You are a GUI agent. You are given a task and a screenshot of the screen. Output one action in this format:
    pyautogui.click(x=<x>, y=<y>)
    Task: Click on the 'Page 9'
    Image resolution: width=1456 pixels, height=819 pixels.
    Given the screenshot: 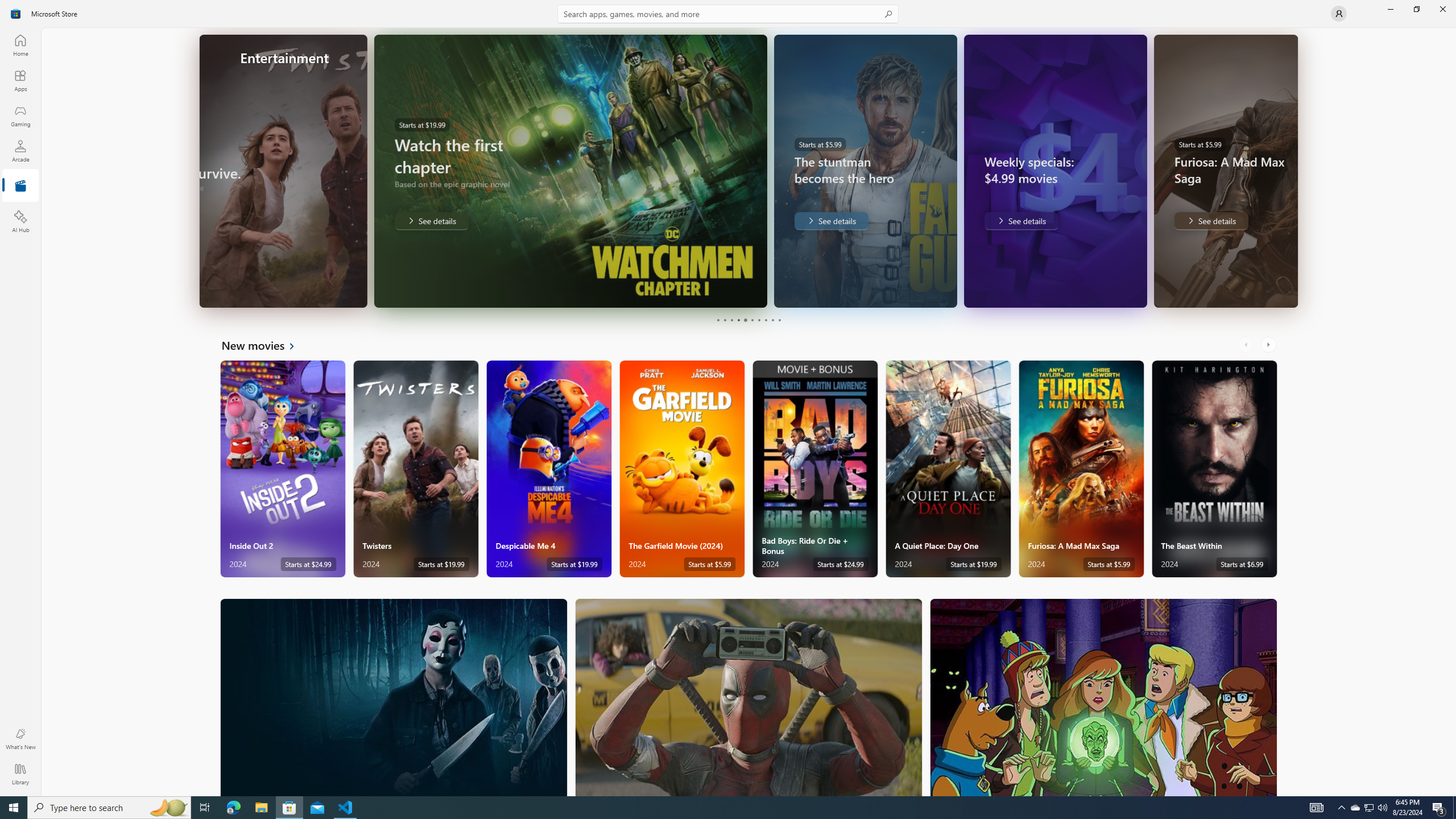 What is the action you would take?
    pyautogui.click(x=772, y=320)
    